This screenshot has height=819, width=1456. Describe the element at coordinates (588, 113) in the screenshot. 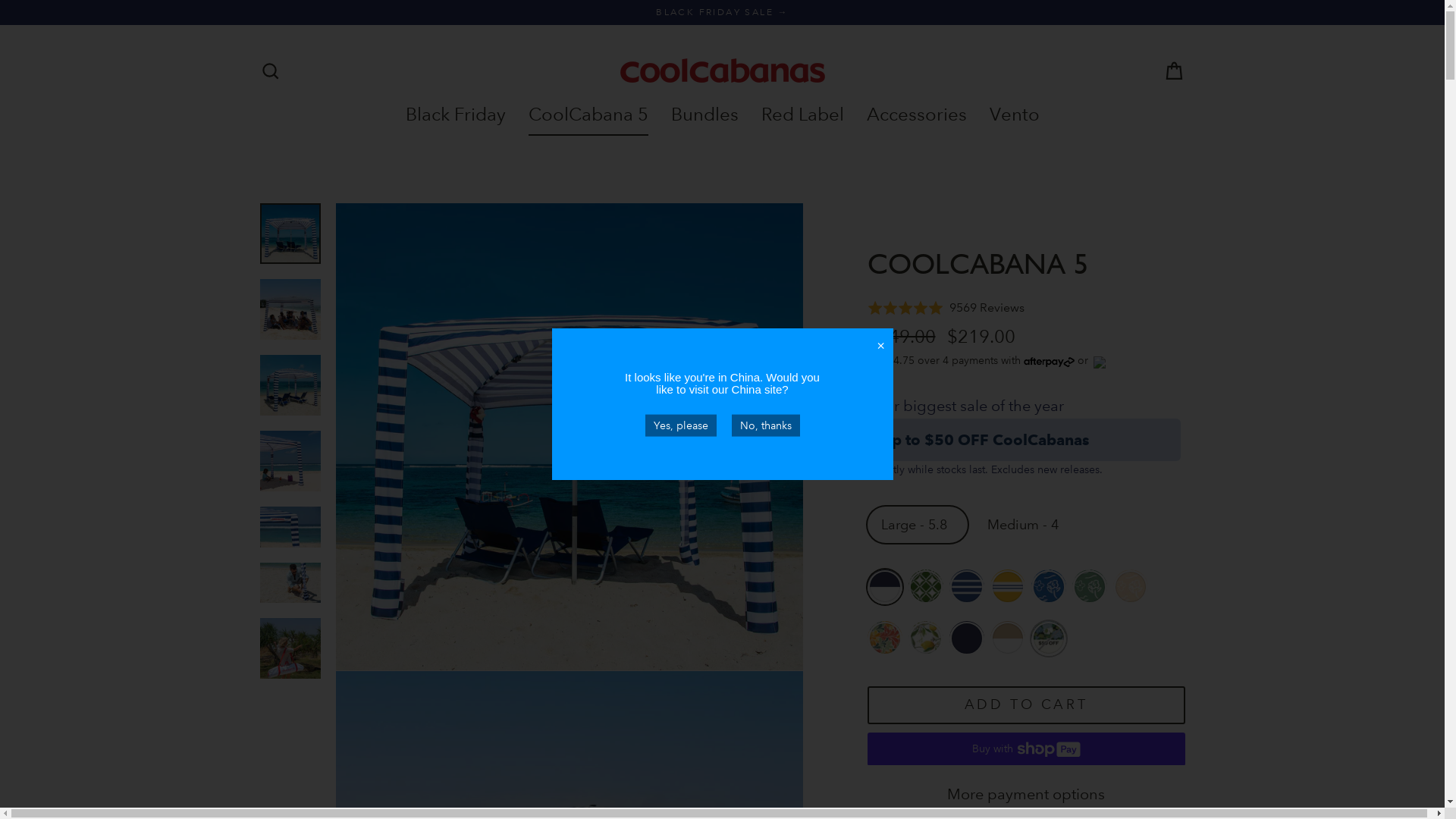

I see `'CoolCabana 5'` at that location.